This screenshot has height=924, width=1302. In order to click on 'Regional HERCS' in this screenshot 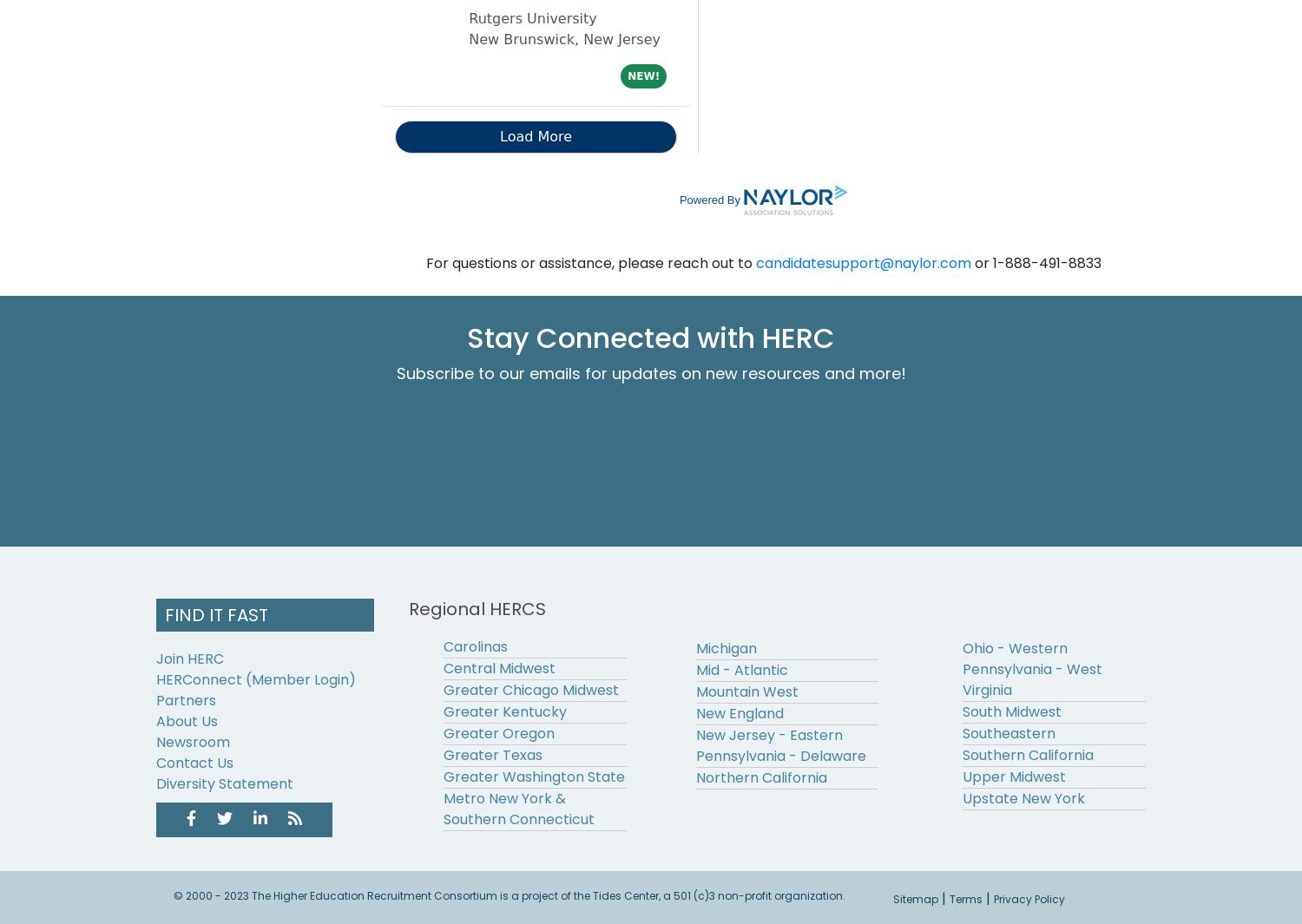, I will do `click(477, 609)`.